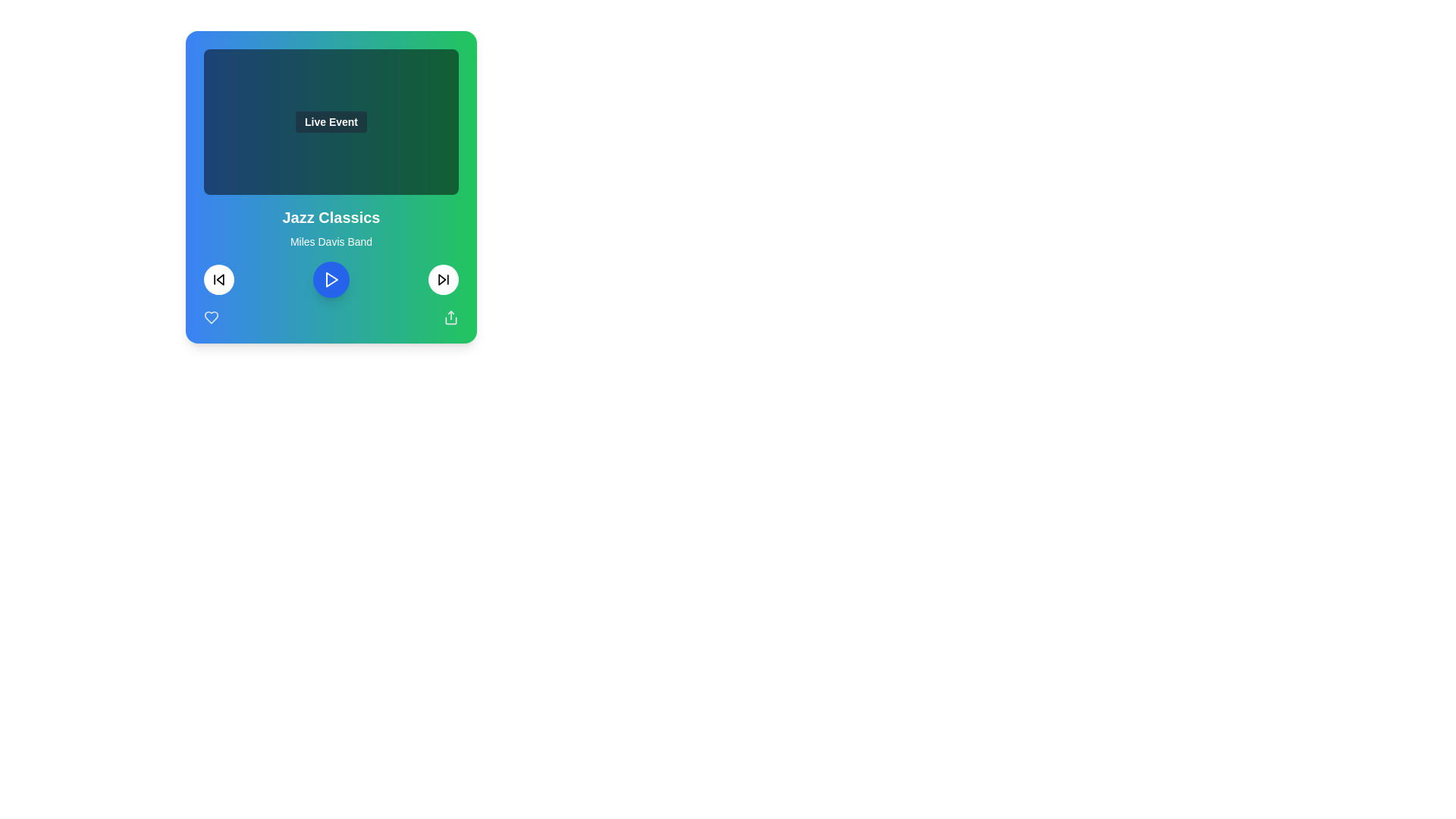  Describe the element at coordinates (330, 280) in the screenshot. I see `the centrally placed 'Play' button below the 'Jazz Classics' text to initiate playback of the associated media` at that location.